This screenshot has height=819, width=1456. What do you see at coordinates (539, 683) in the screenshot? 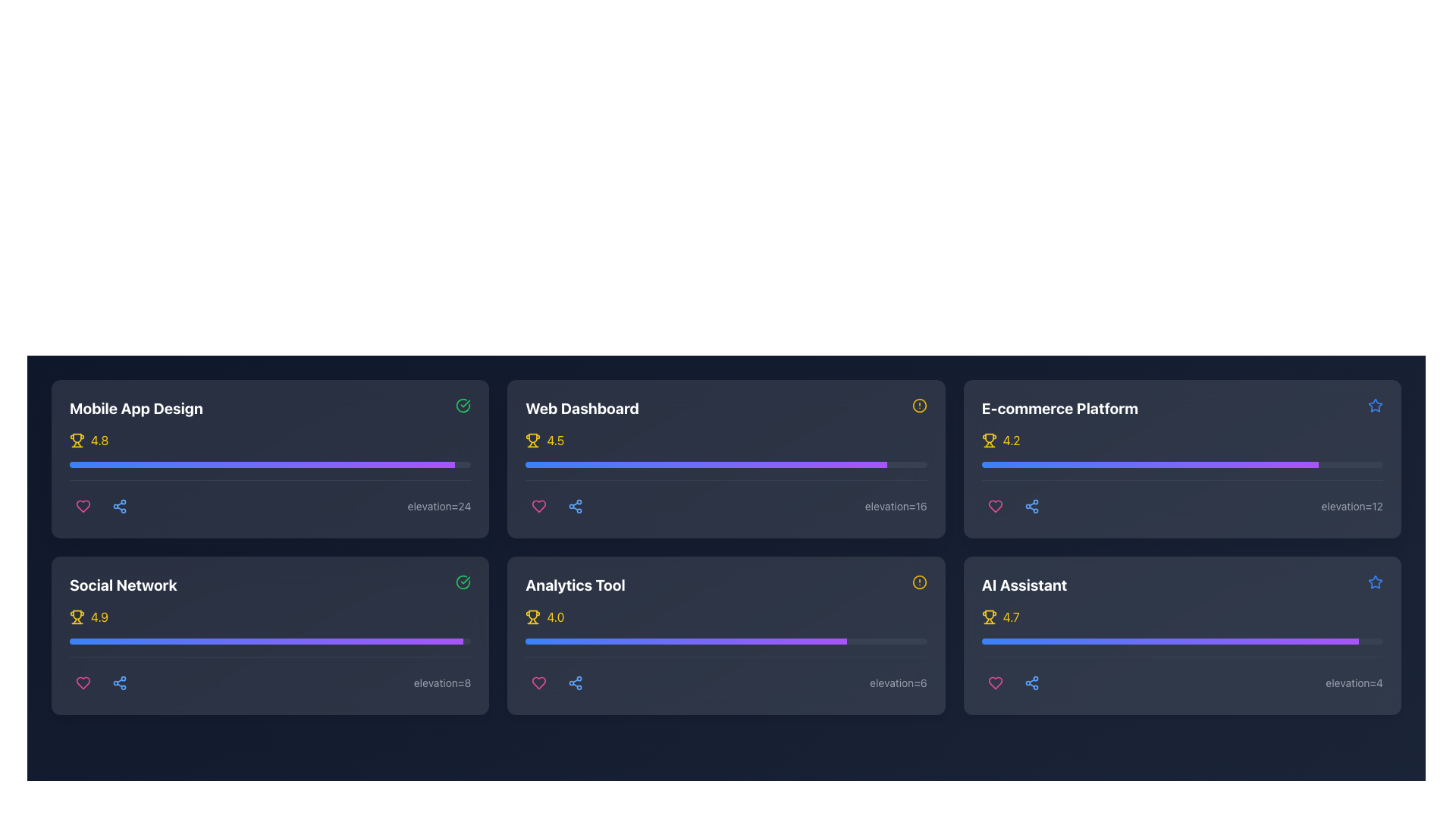
I see `the heart-shaped icon associated with 'like' or 'favorite' action within the 'Analytics Tool' card` at bounding box center [539, 683].